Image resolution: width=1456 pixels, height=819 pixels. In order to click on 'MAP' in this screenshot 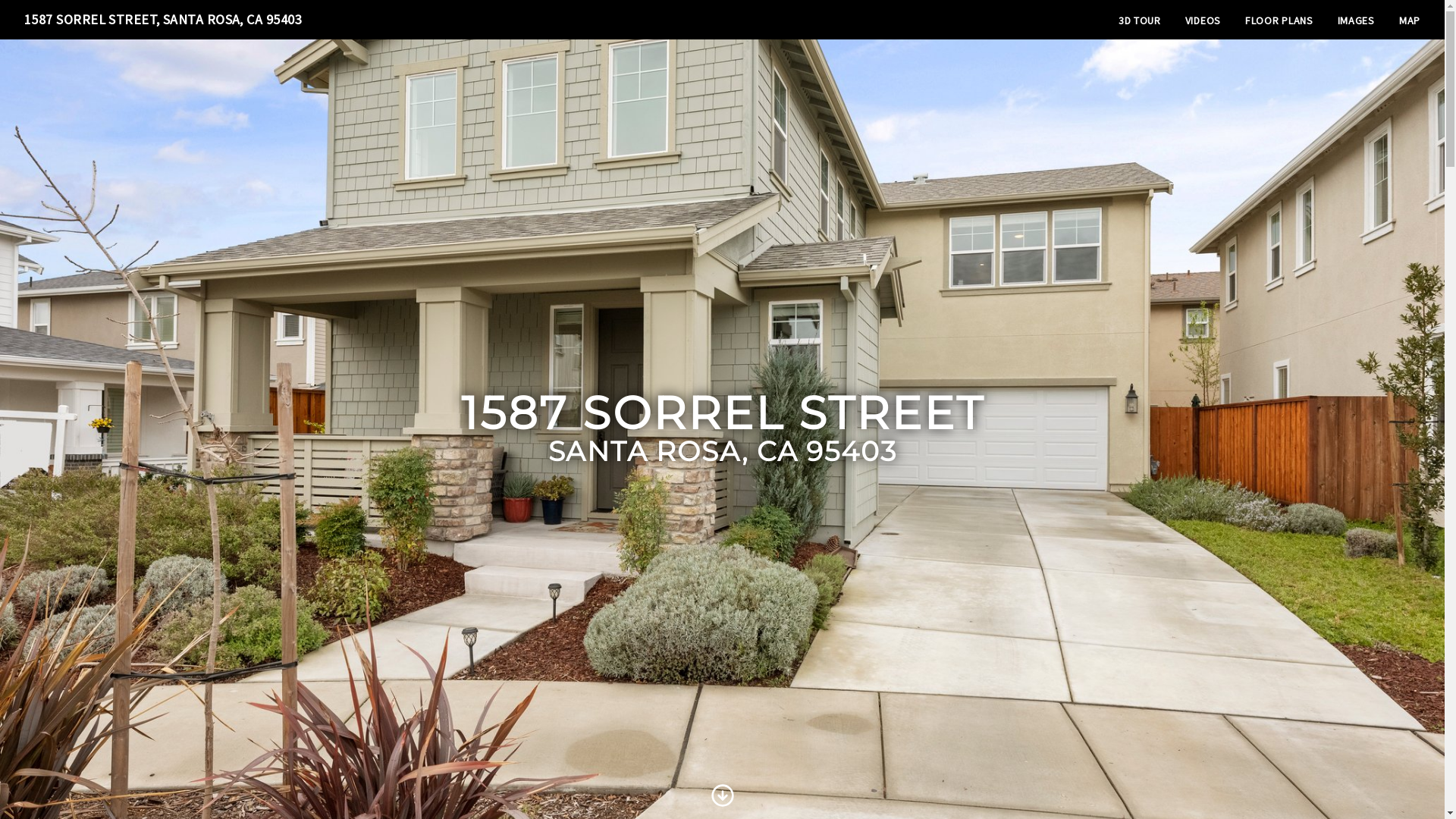, I will do `click(1408, 20)`.